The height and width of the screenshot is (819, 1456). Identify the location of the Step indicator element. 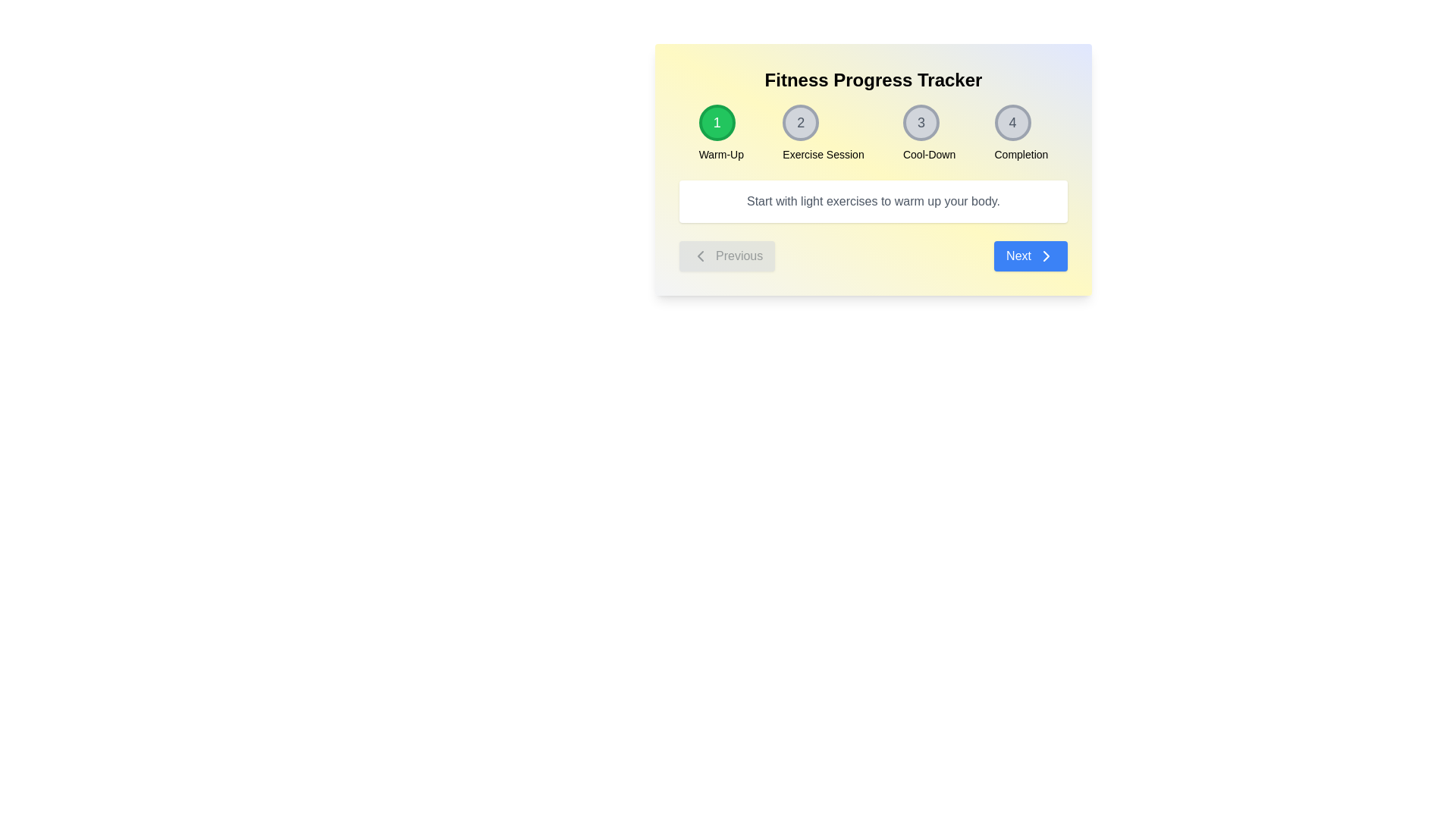
(1012, 122).